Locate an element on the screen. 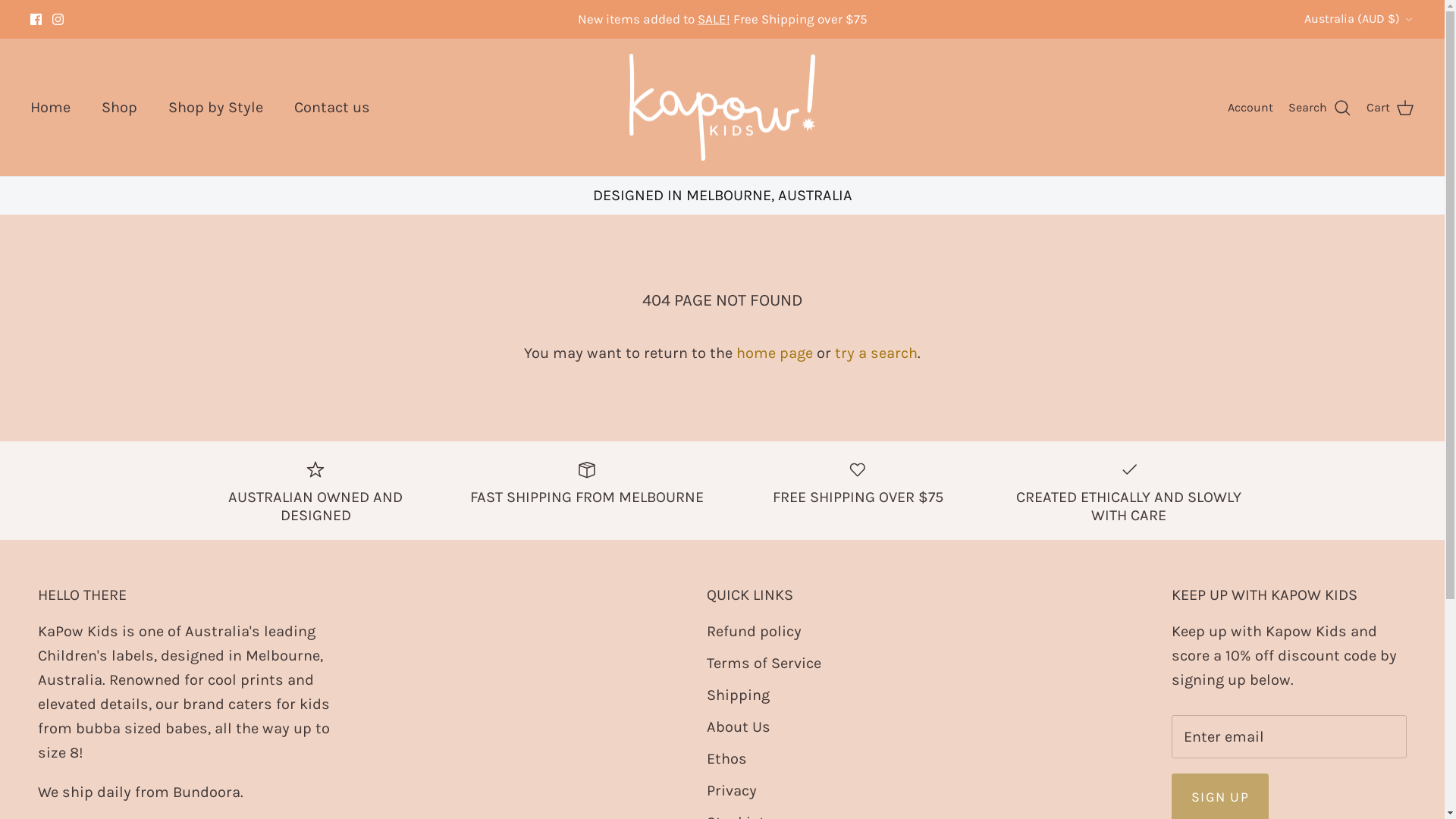 The image size is (1456, 819). 'SALE!' is located at coordinates (713, 18).